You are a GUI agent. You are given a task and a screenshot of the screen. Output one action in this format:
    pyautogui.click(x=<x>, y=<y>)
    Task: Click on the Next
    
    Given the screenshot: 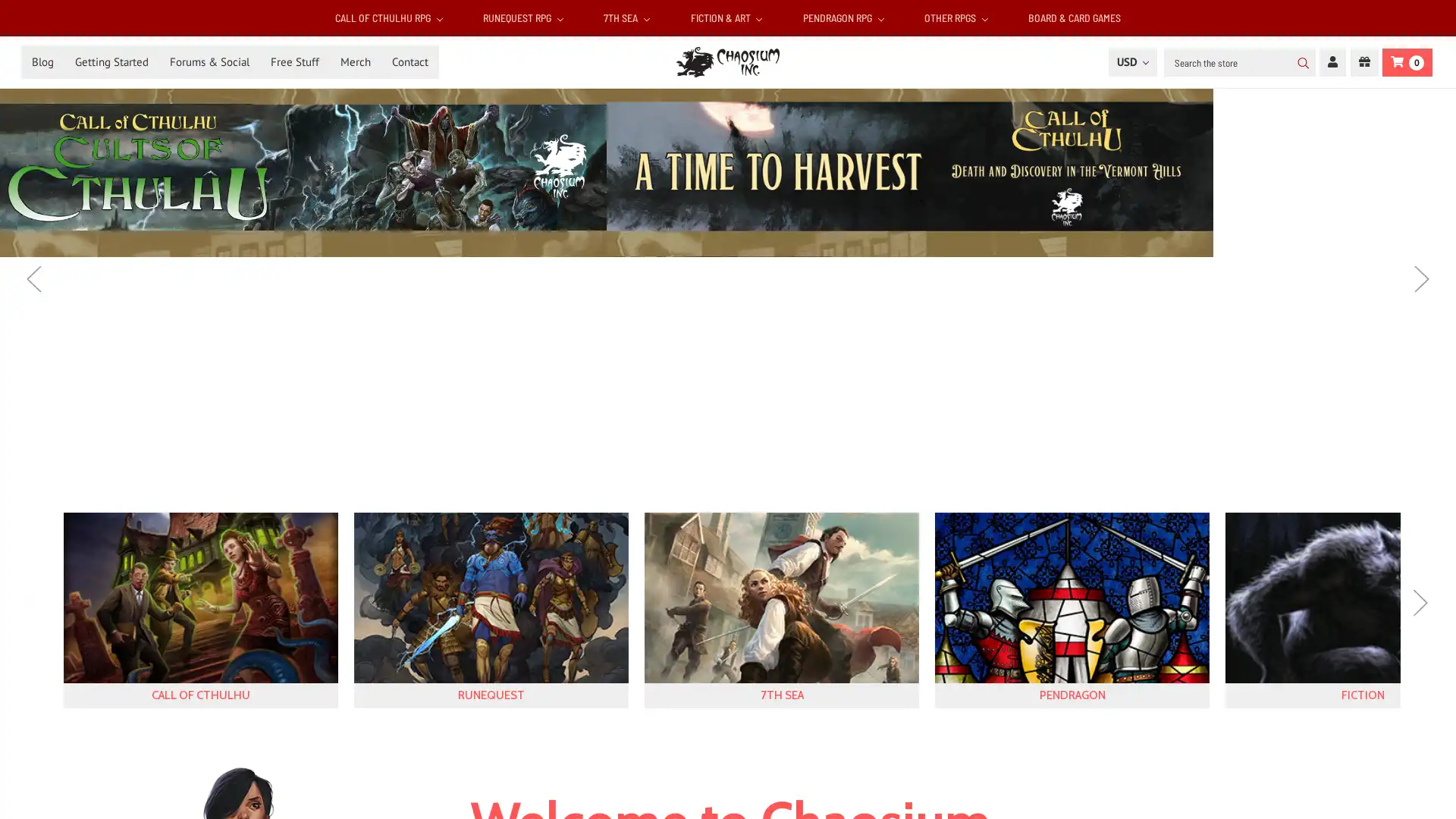 What is the action you would take?
    pyautogui.click(x=1419, y=617)
    